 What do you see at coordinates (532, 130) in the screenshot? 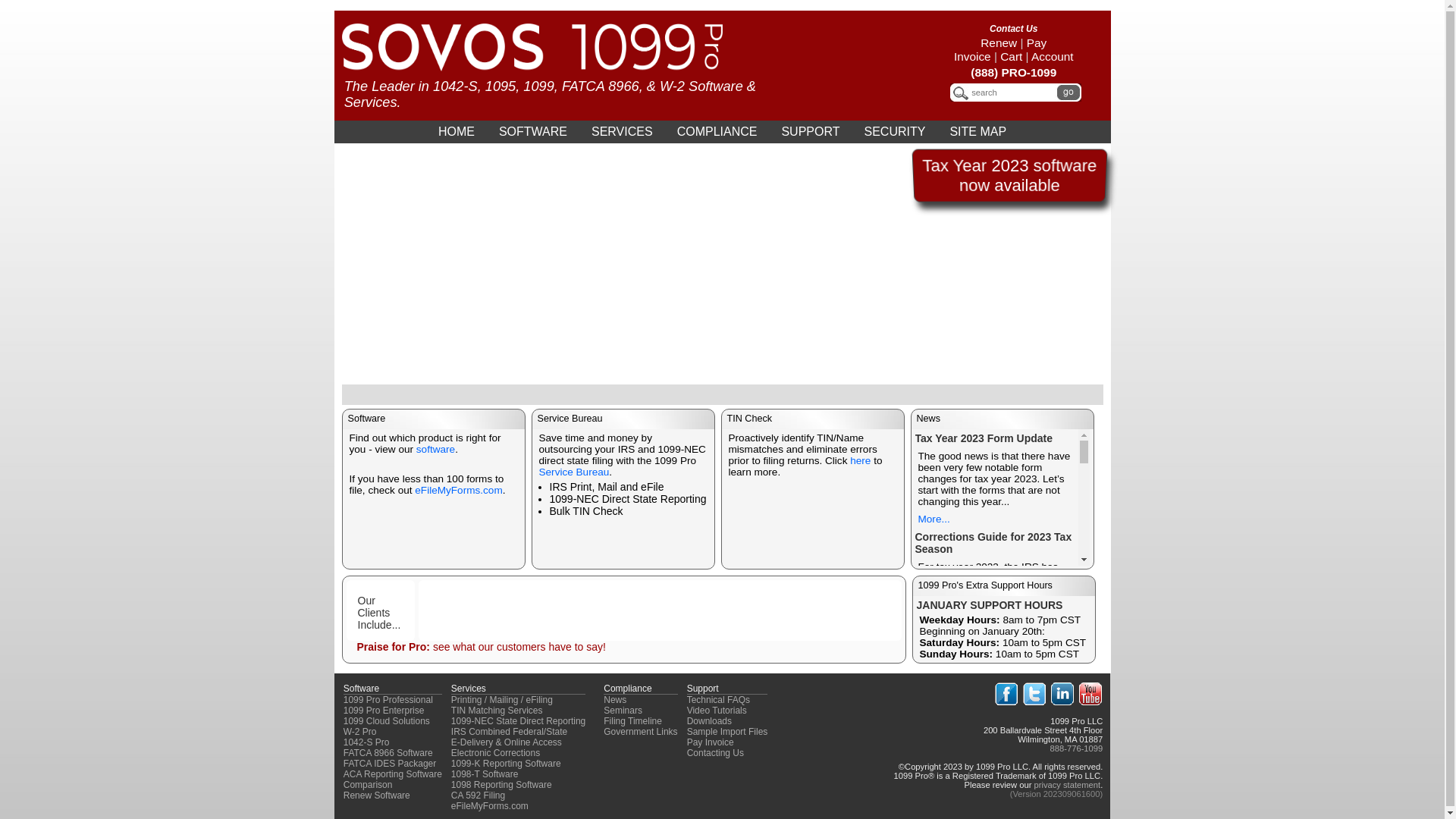
I see `'SOFTWARE'` at bounding box center [532, 130].